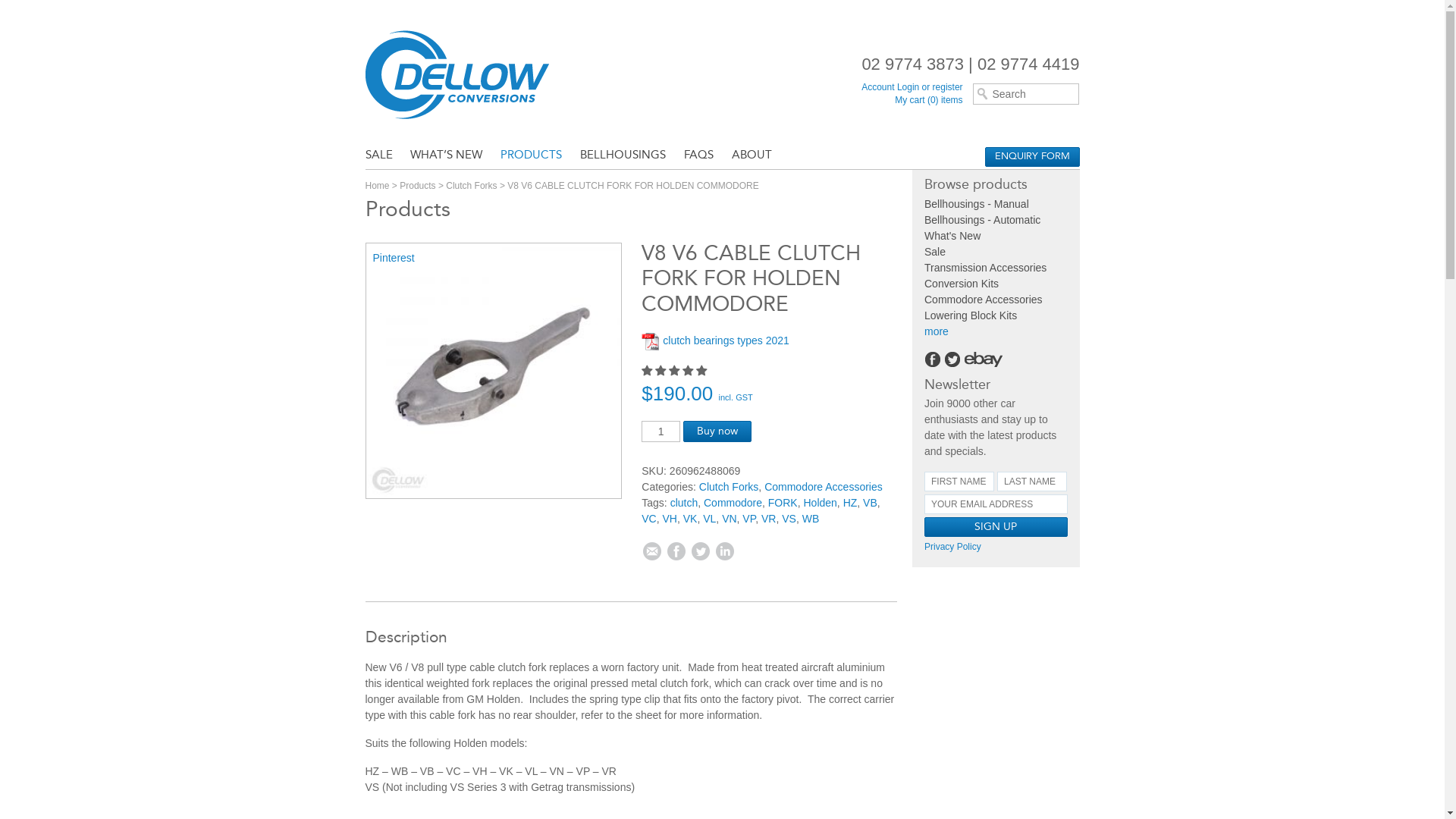 This screenshot has height=819, width=1456. What do you see at coordinates (935, 330) in the screenshot?
I see `'more'` at bounding box center [935, 330].